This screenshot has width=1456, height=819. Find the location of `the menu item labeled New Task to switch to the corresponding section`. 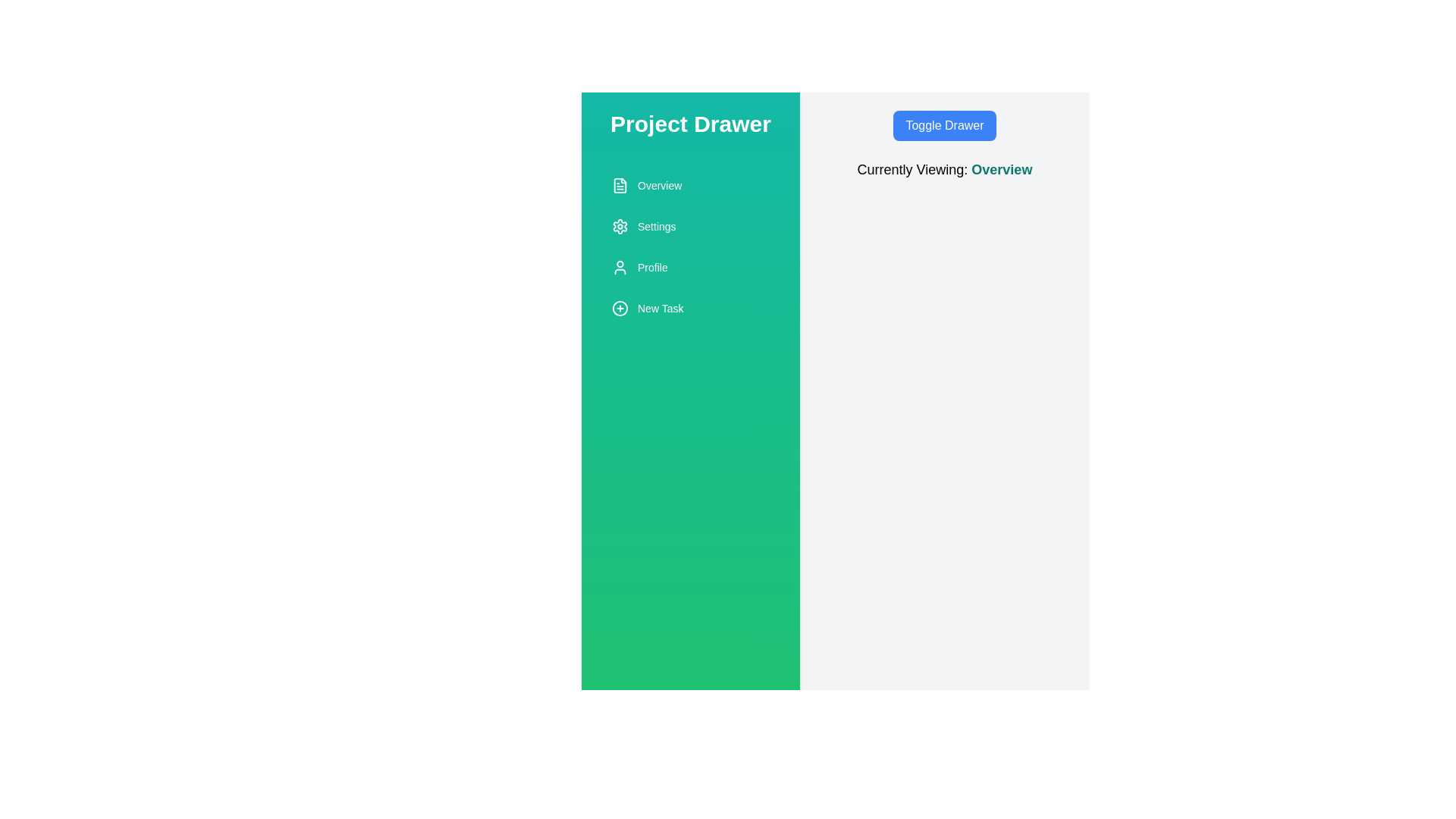

the menu item labeled New Task to switch to the corresponding section is located at coordinates (690, 308).